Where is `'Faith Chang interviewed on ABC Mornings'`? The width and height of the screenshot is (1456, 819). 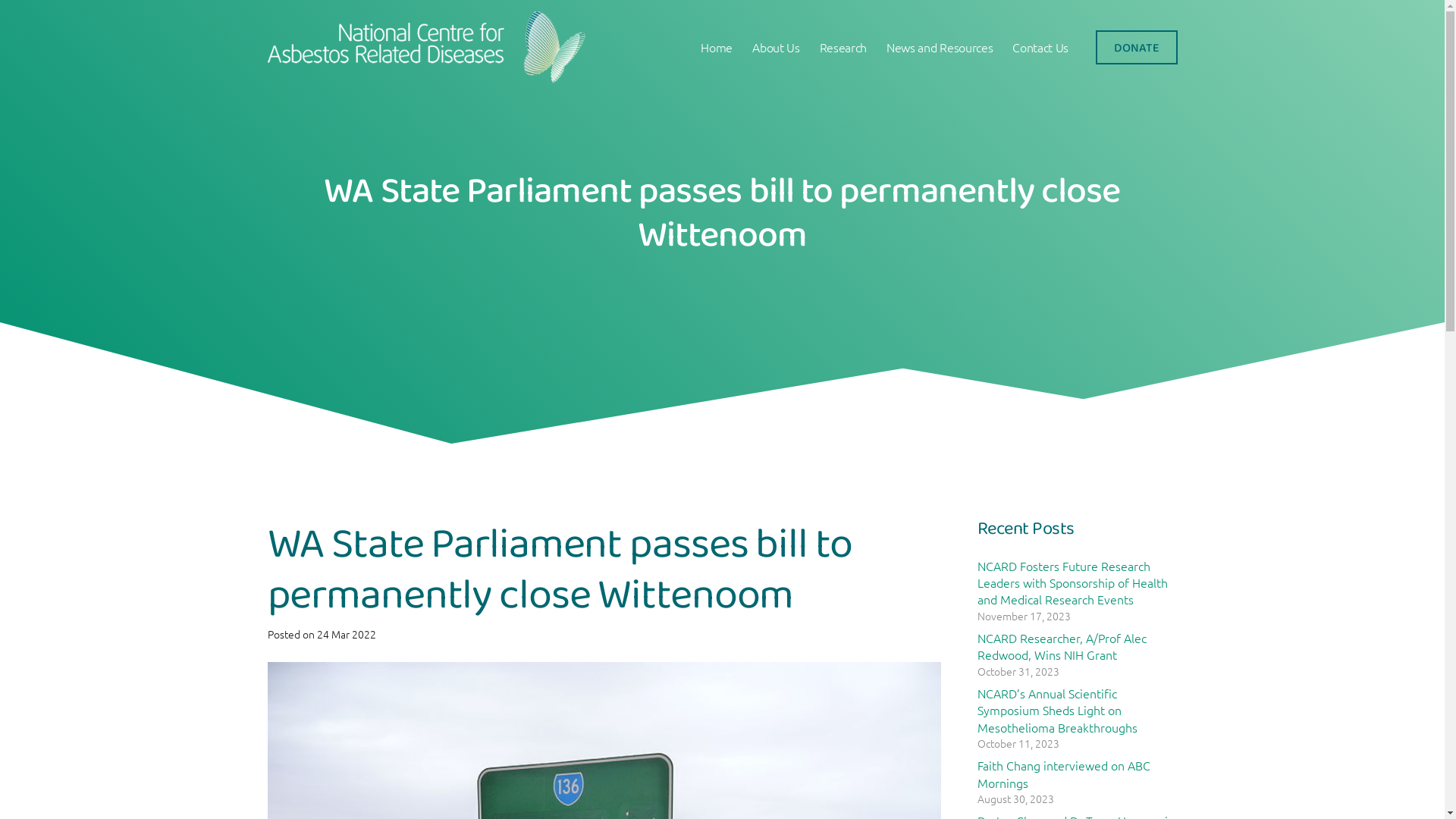
'Faith Chang interviewed on ABC Mornings' is located at coordinates (976, 773).